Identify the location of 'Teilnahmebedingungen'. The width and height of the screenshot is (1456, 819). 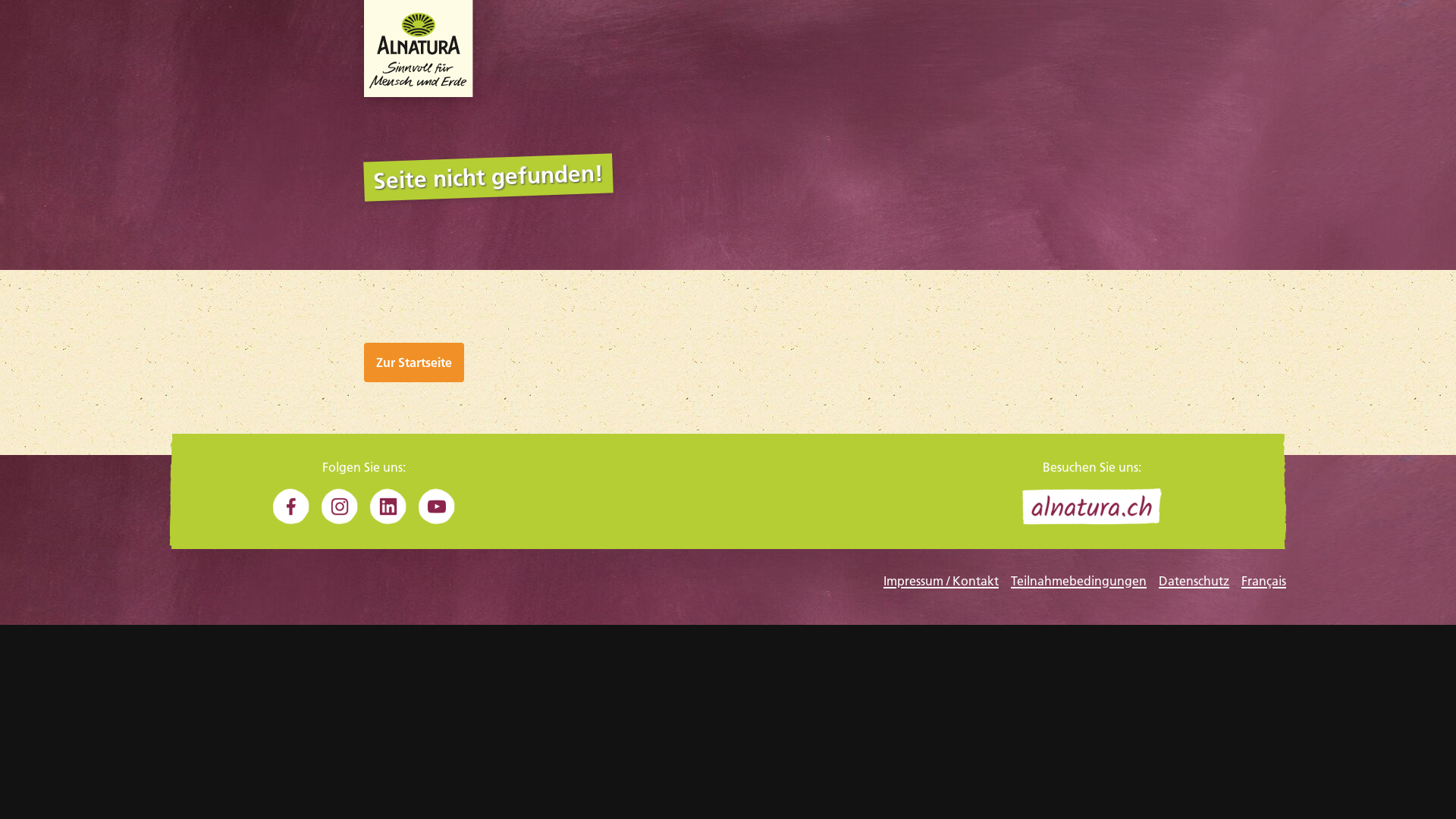
(1078, 580).